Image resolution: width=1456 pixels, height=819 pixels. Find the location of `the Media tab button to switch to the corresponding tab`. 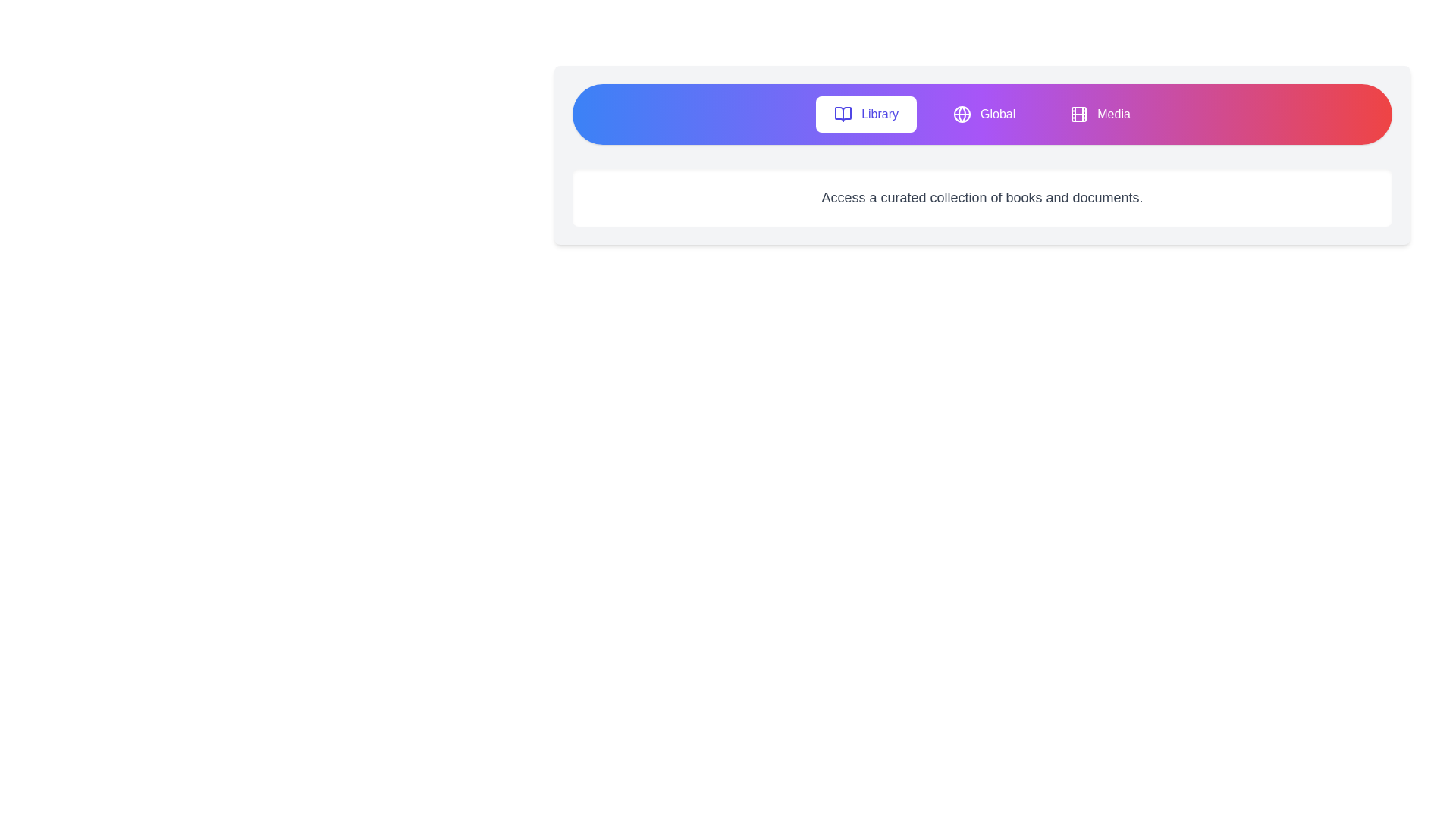

the Media tab button to switch to the corresponding tab is located at coordinates (1100, 113).